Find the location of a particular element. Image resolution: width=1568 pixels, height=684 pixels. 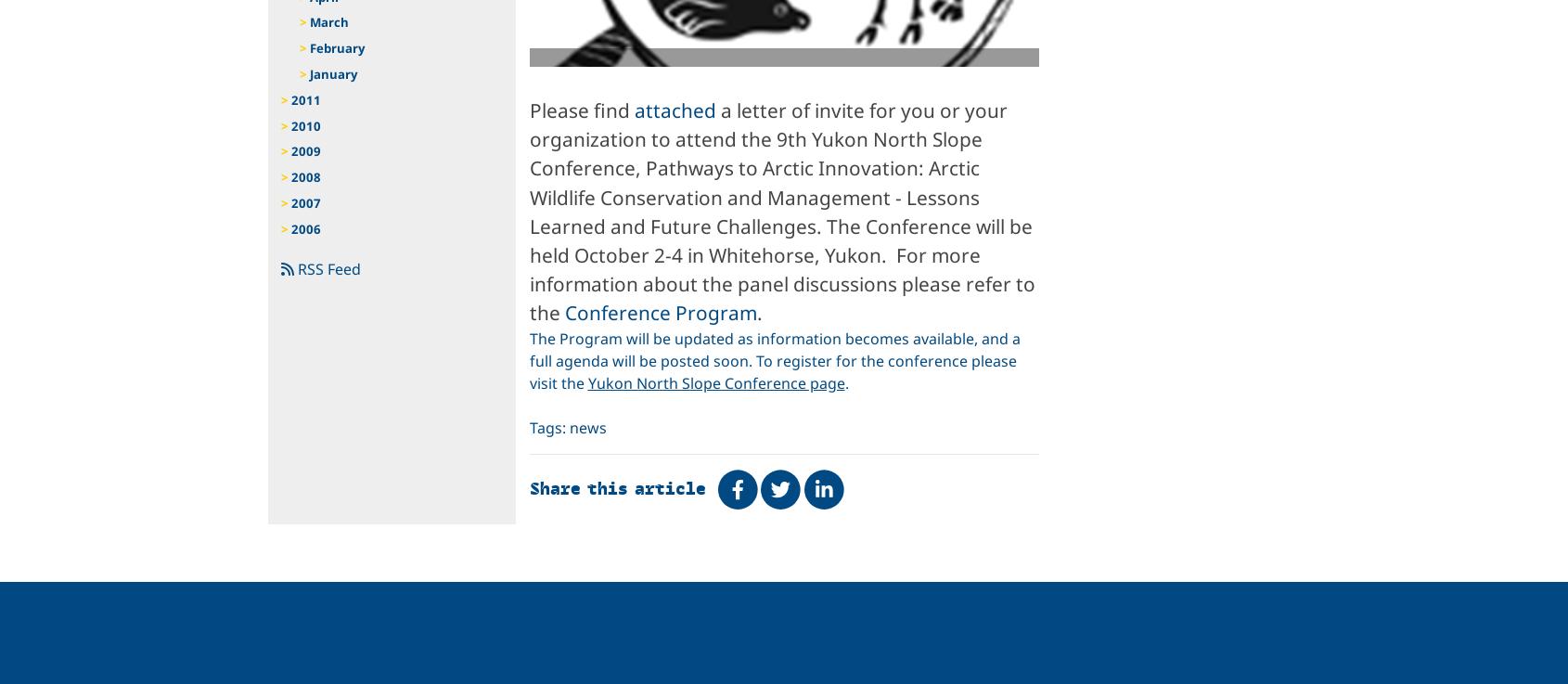

'Share this article' is located at coordinates (617, 486).